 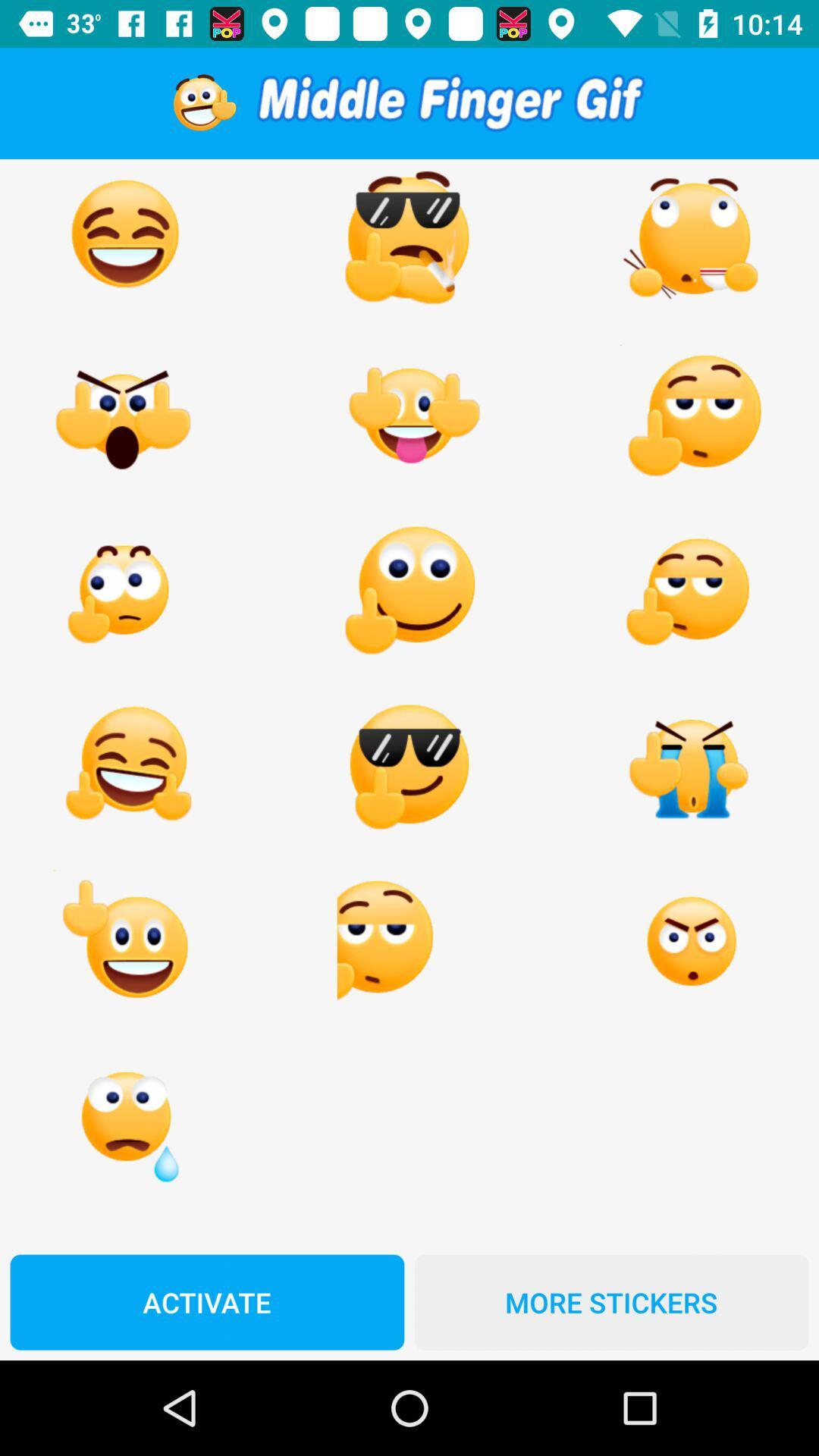 I want to click on first gif from second row, so click(x=124, y=416).